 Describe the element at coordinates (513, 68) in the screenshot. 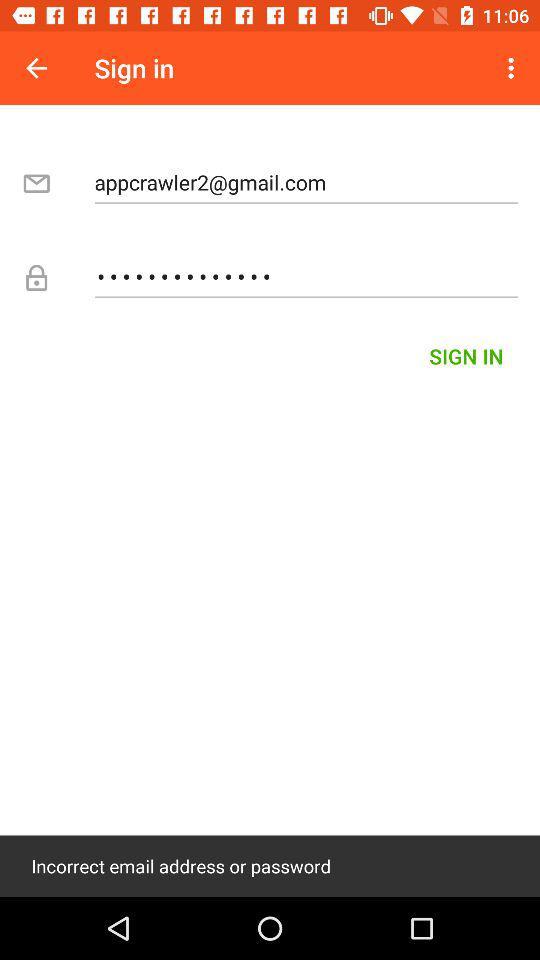

I see `the item to the right of sign in icon` at that location.